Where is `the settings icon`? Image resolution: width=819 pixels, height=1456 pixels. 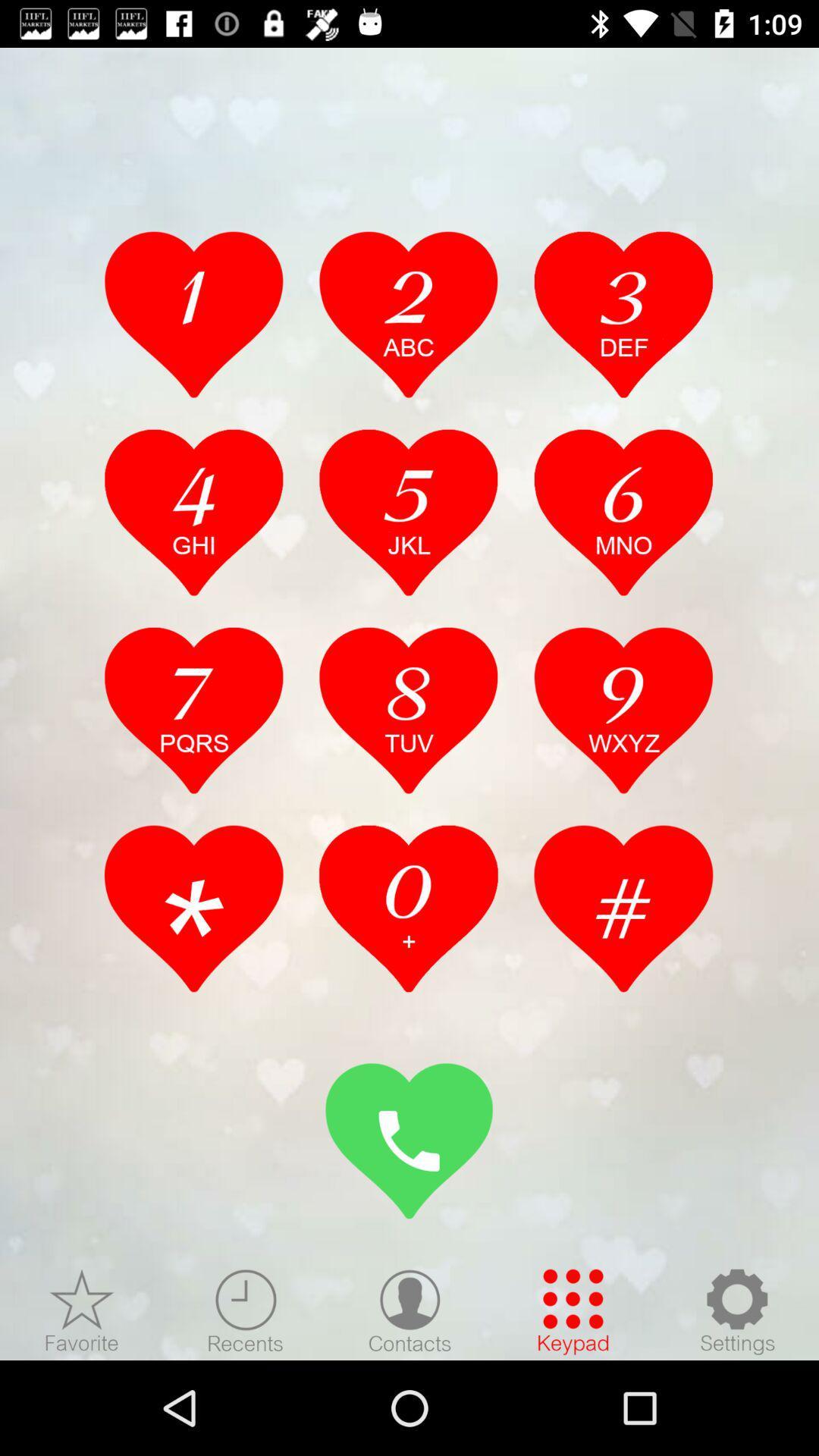 the settings icon is located at coordinates (736, 1310).